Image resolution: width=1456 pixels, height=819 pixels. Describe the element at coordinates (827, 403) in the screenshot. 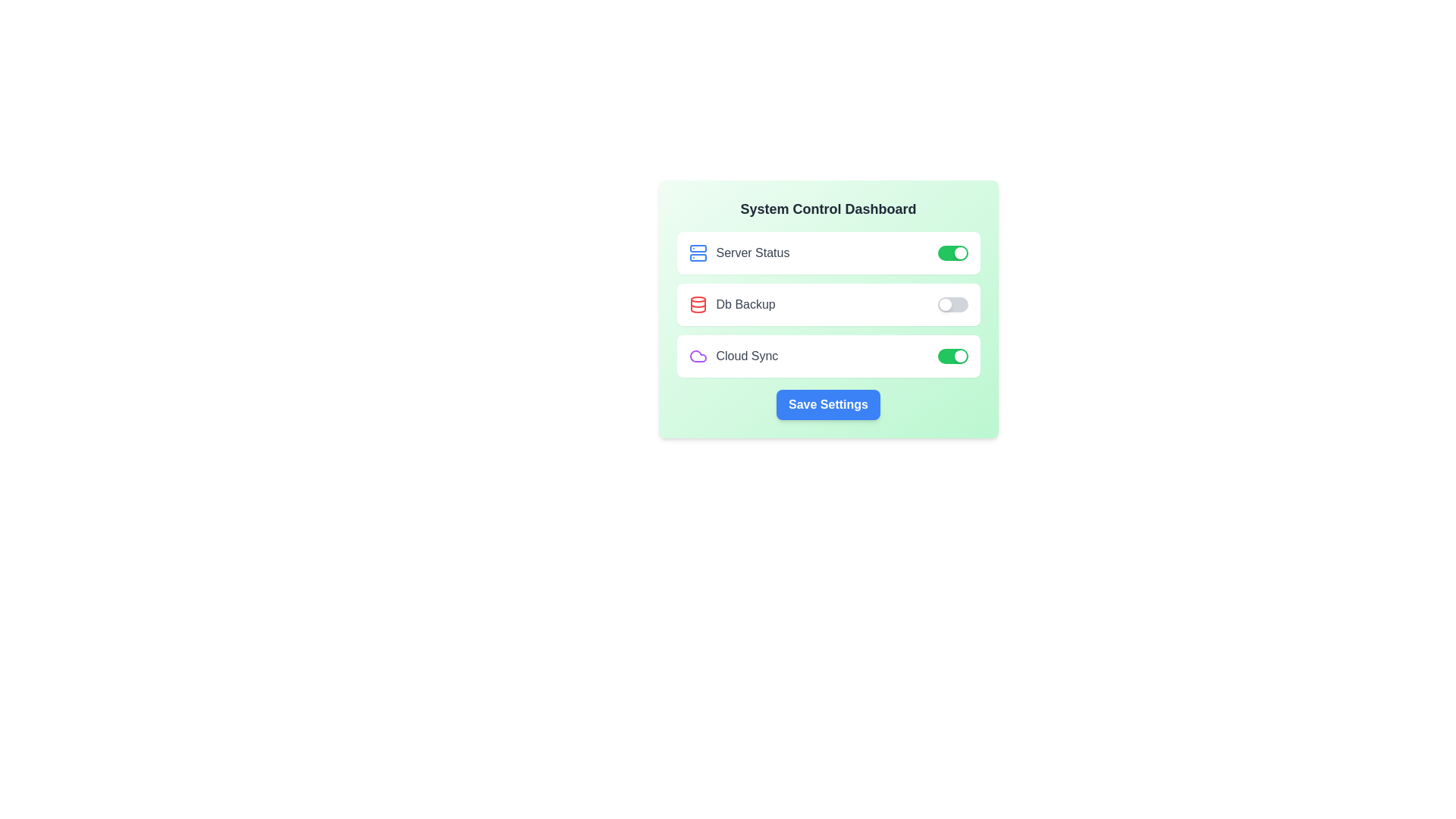

I see `'Save Settings' button to save the current configuration` at that location.